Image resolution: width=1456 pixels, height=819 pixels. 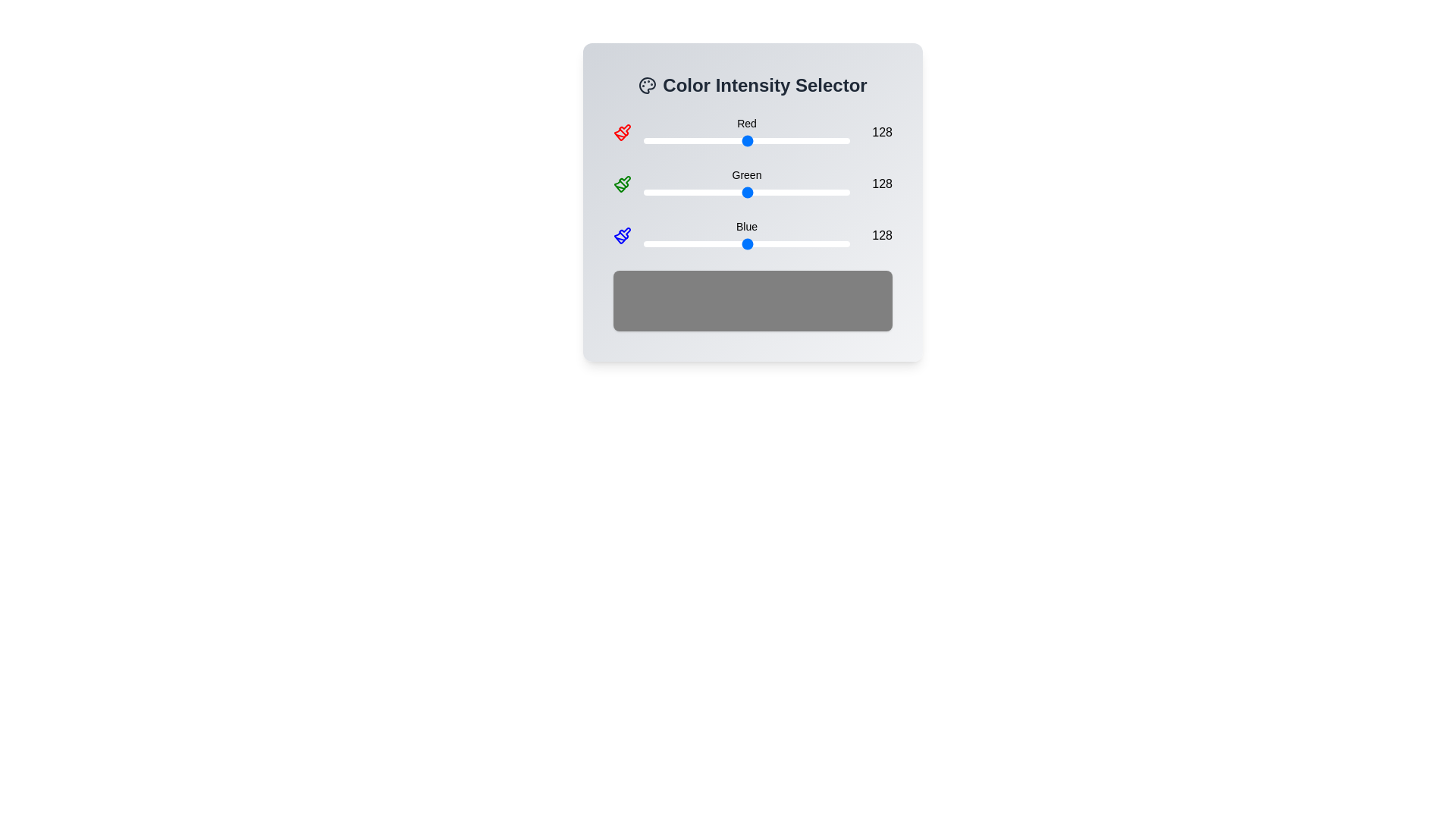 What do you see at coordinates (710, 192) in the screenshot?
I see `the green color intensity` at bounding box center [710, 192].